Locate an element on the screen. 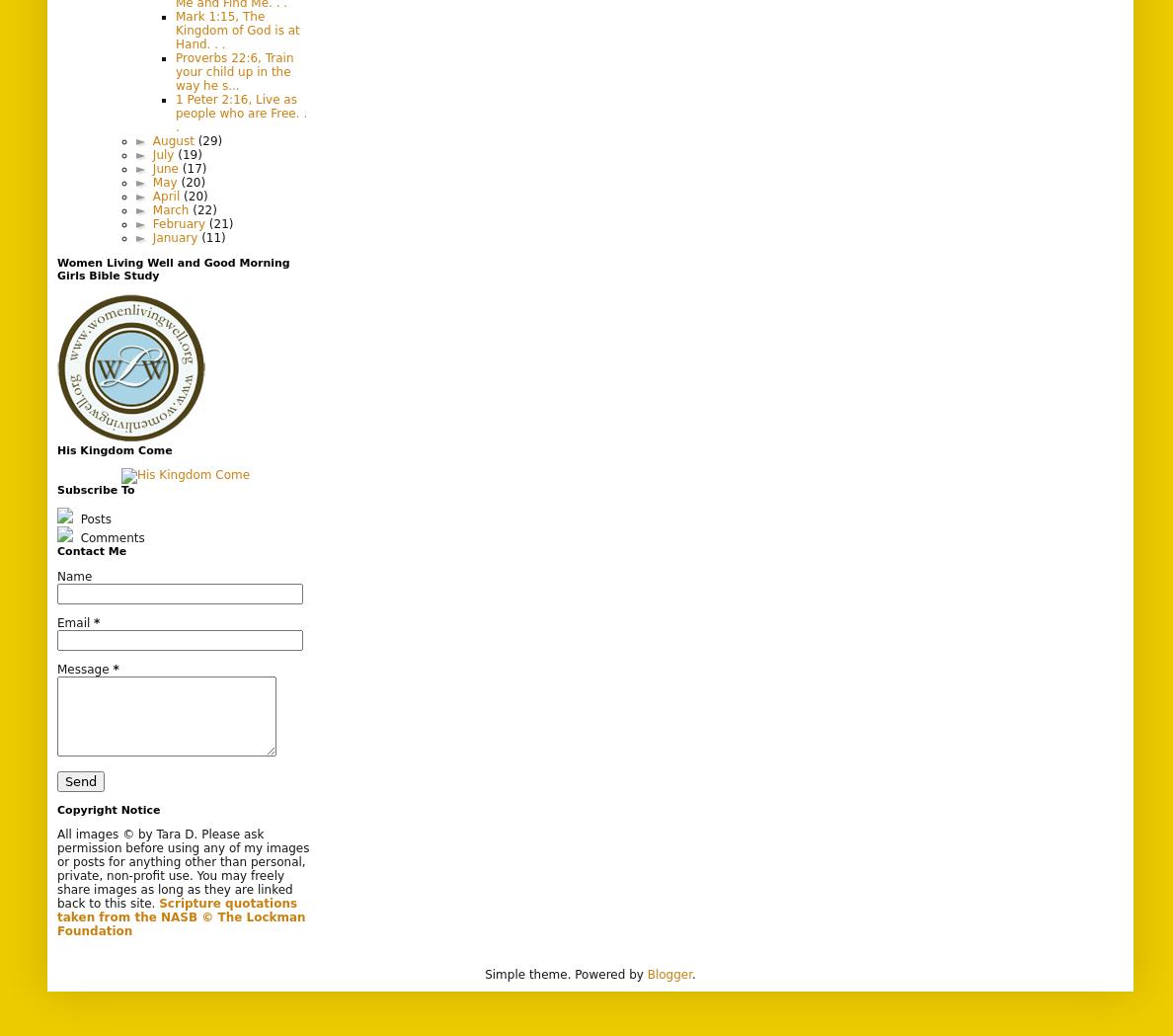  'May' is located at coordinates (151, 180).